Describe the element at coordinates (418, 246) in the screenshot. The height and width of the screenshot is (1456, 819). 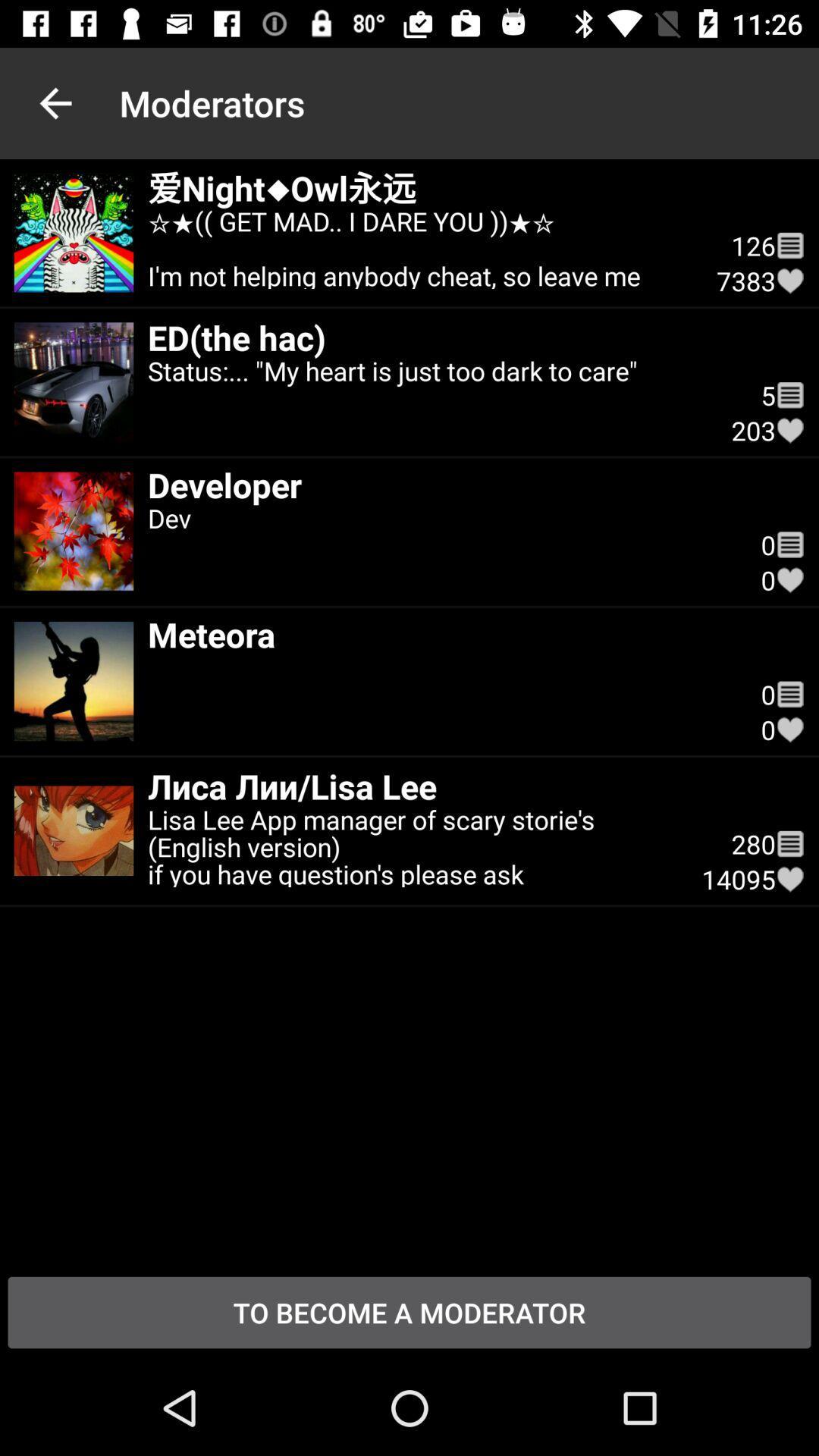
I see `the icon below the moderators app` at that location.